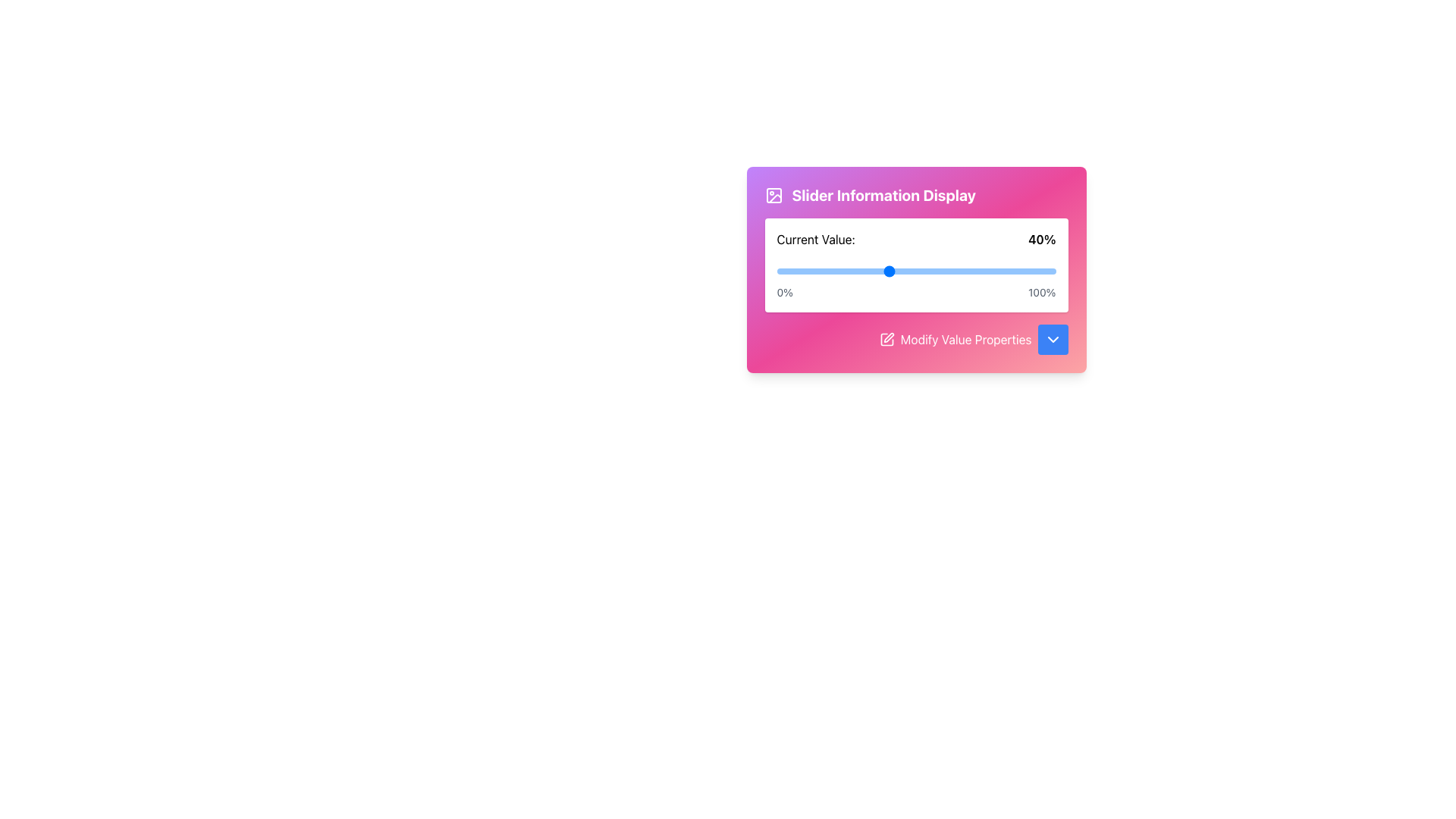 The height and width of the screenshot is (819, 1456). I want to click on the bold text label element displaying '40%' located to the right of the 'Current Value:' label within a gradient pink to purple card, so click(1041, 239).